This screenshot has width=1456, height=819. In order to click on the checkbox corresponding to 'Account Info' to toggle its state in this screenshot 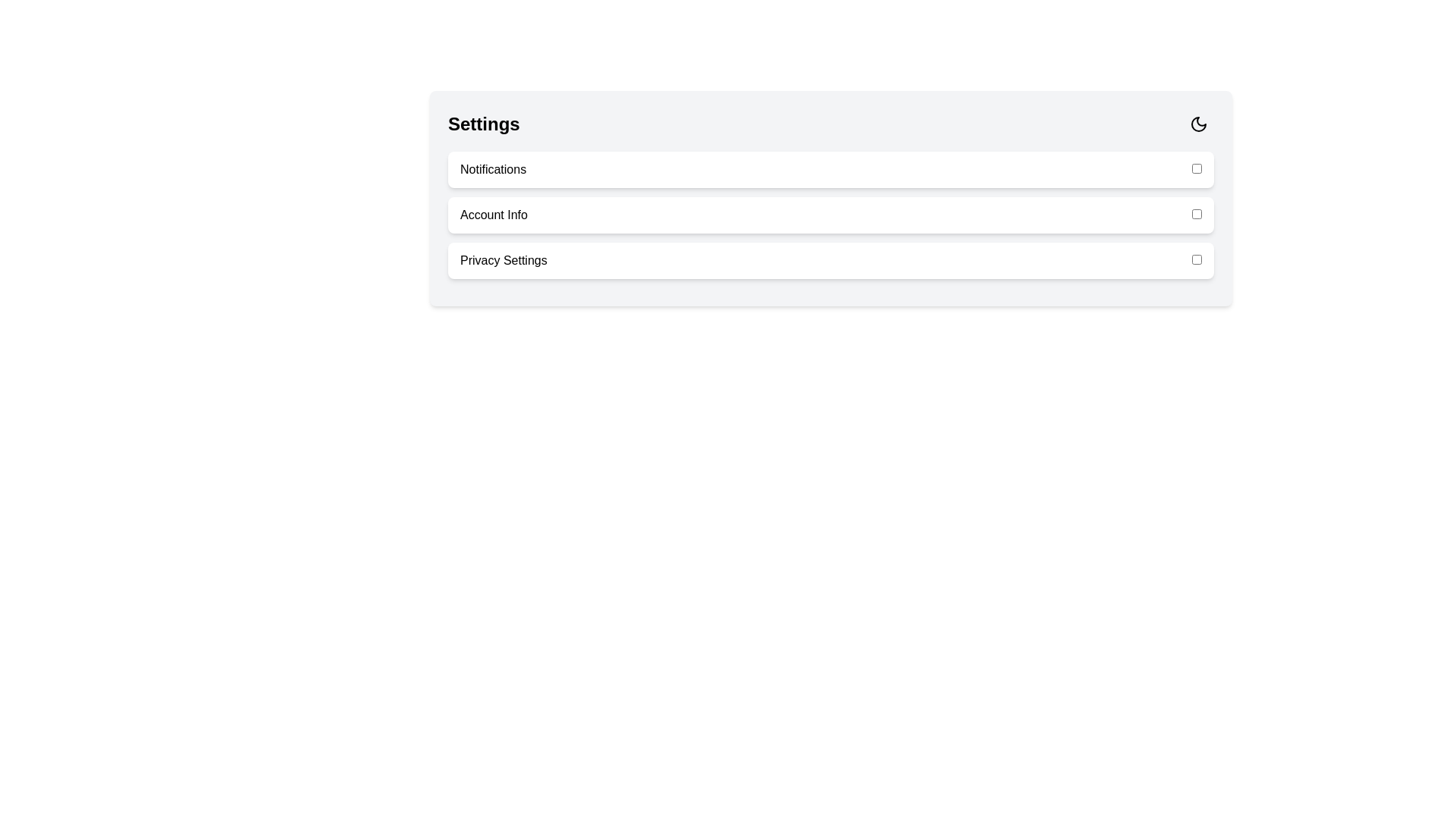, I will do `click(1196, 214)`.